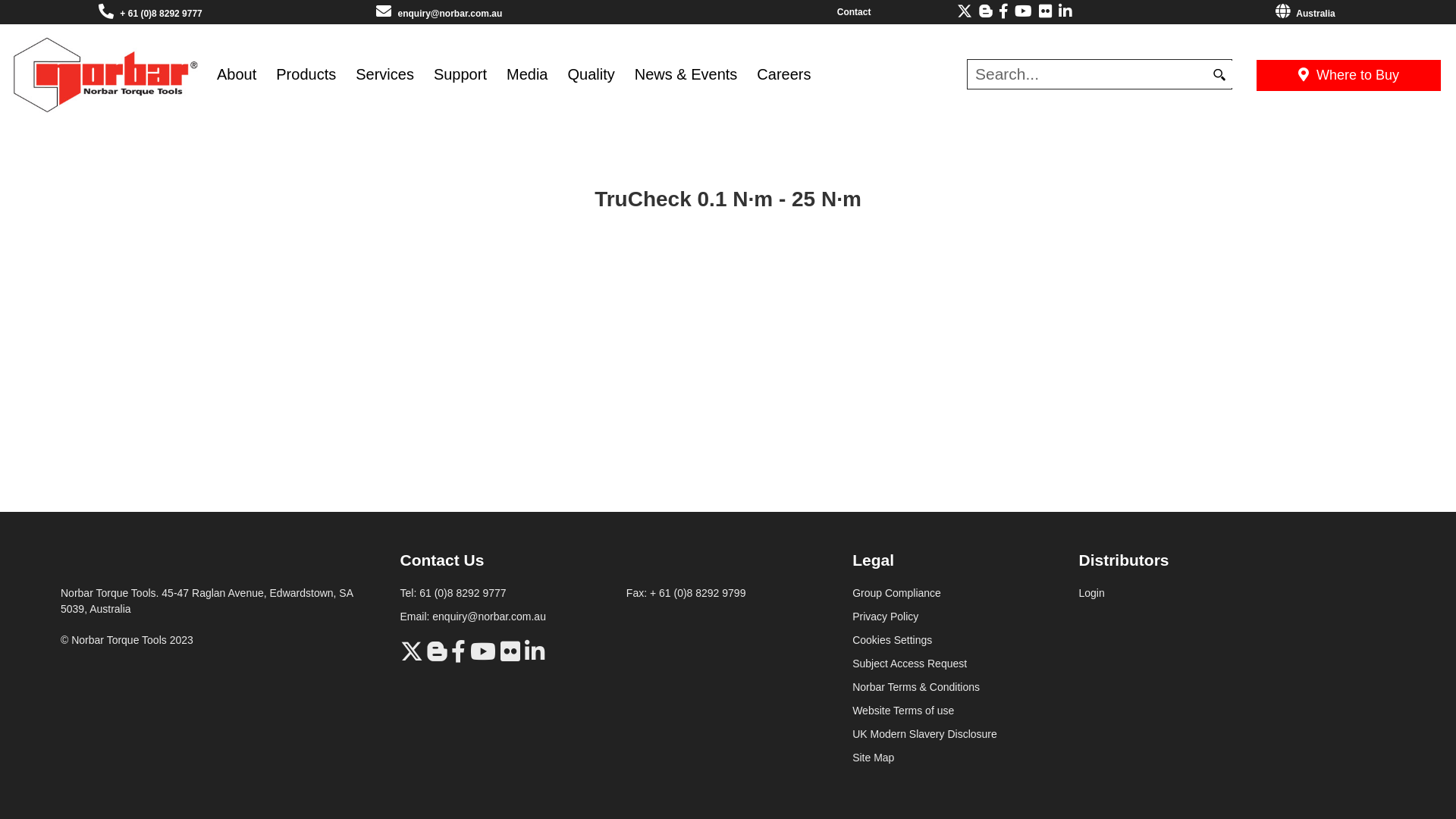 The image size is (1456, 819). Describe the element at coordinates (873, 758) in the screenshot. I see `'Site Map'` at that location.